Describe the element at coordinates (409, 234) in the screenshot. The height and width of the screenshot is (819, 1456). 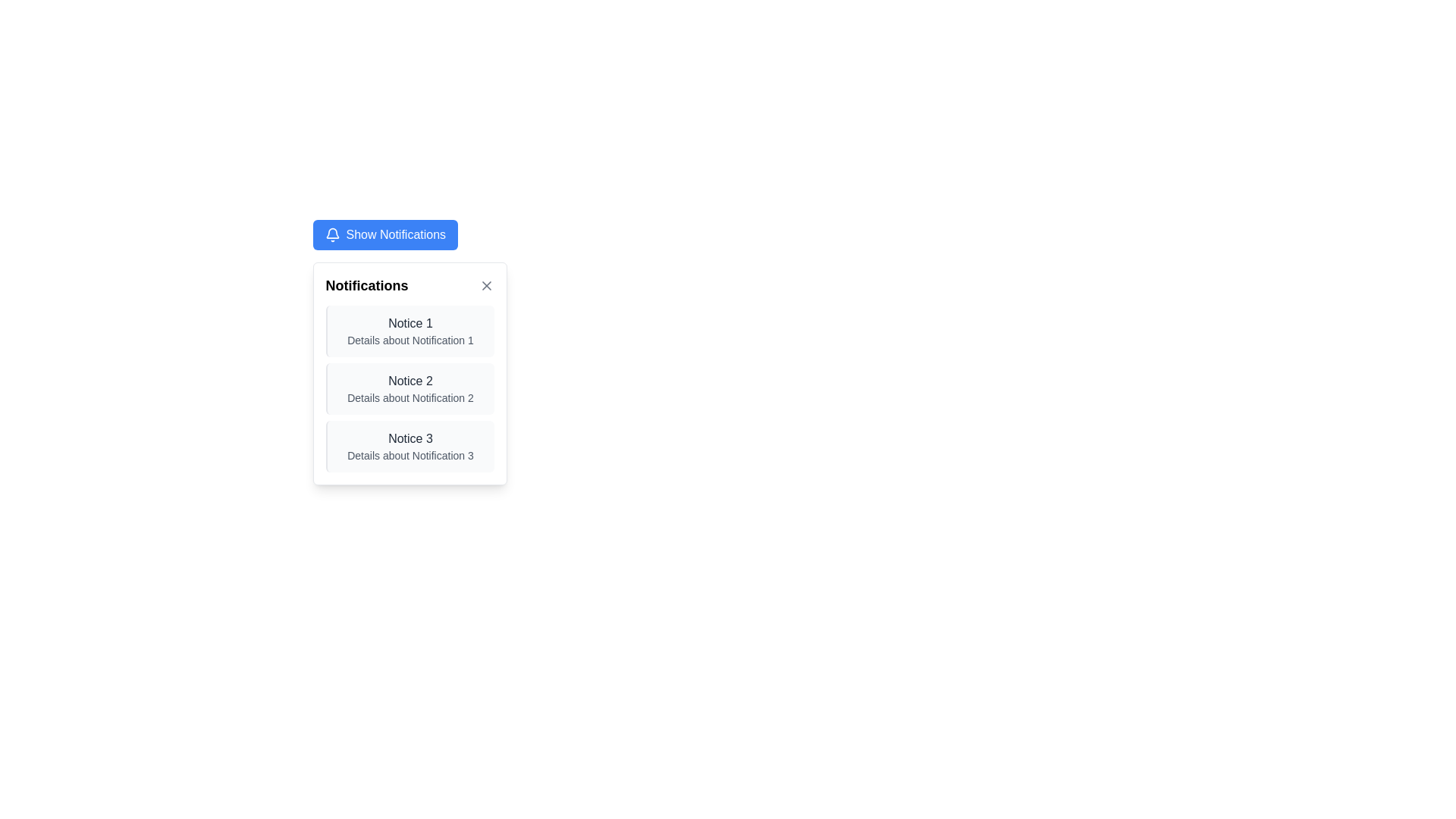
I see `the button with a blue background that has a bell icon and the text 'Show Notifications' to show or hide notifications` at that location.